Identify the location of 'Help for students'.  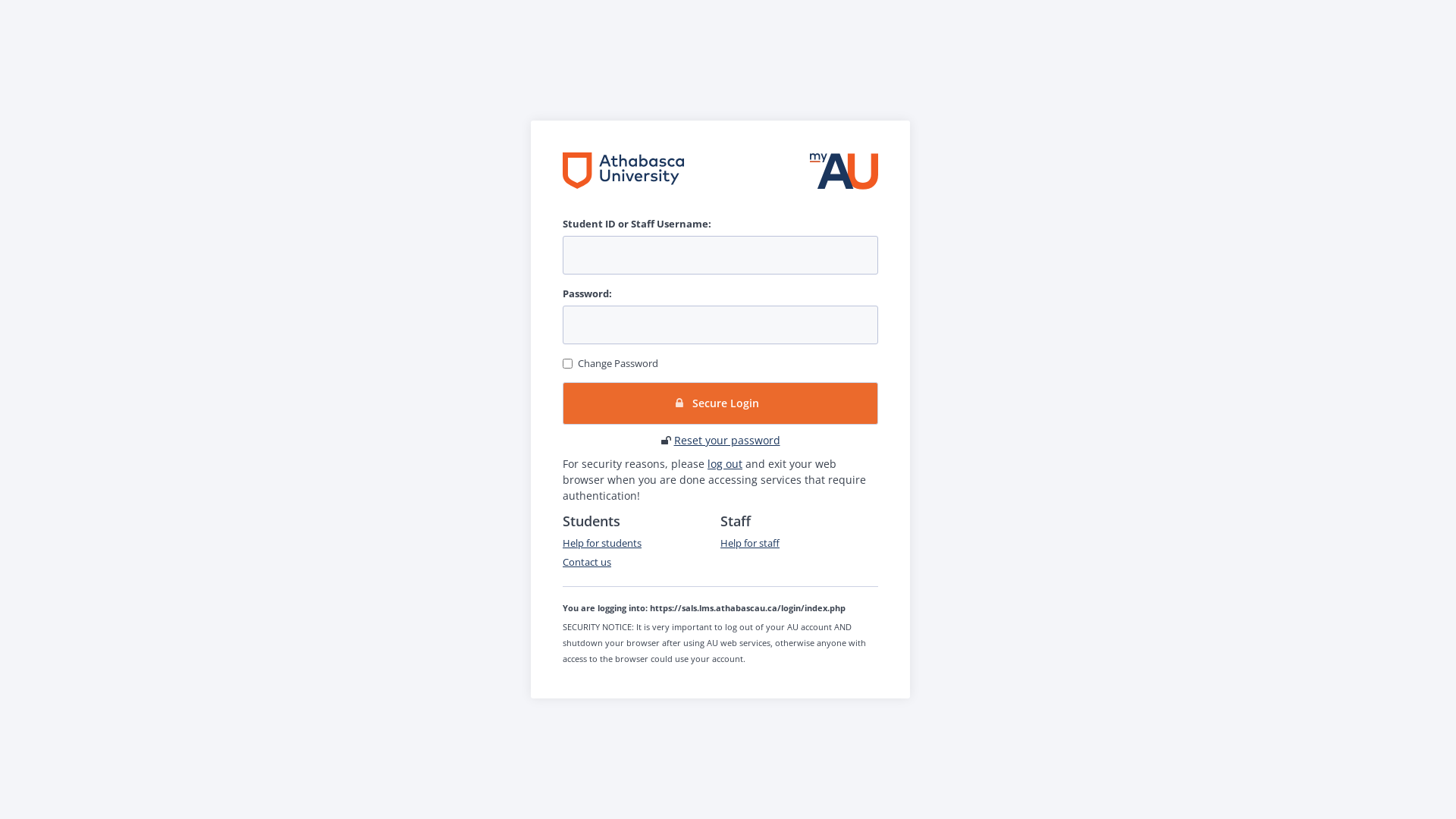
(601, 542).